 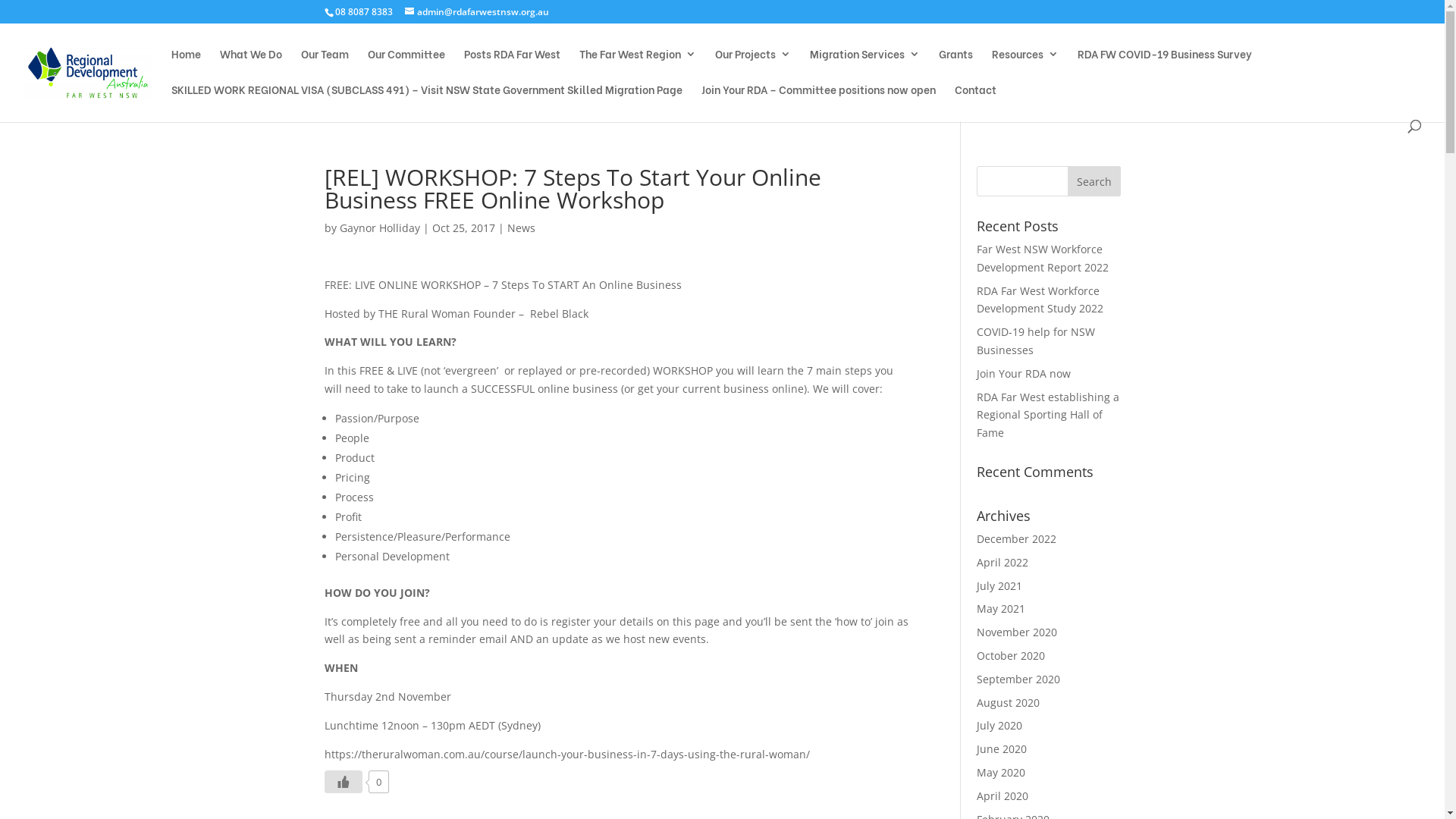 I want to click on 'Far West NSW Workforce Development Report 2022', so click(x=1041, y=257).